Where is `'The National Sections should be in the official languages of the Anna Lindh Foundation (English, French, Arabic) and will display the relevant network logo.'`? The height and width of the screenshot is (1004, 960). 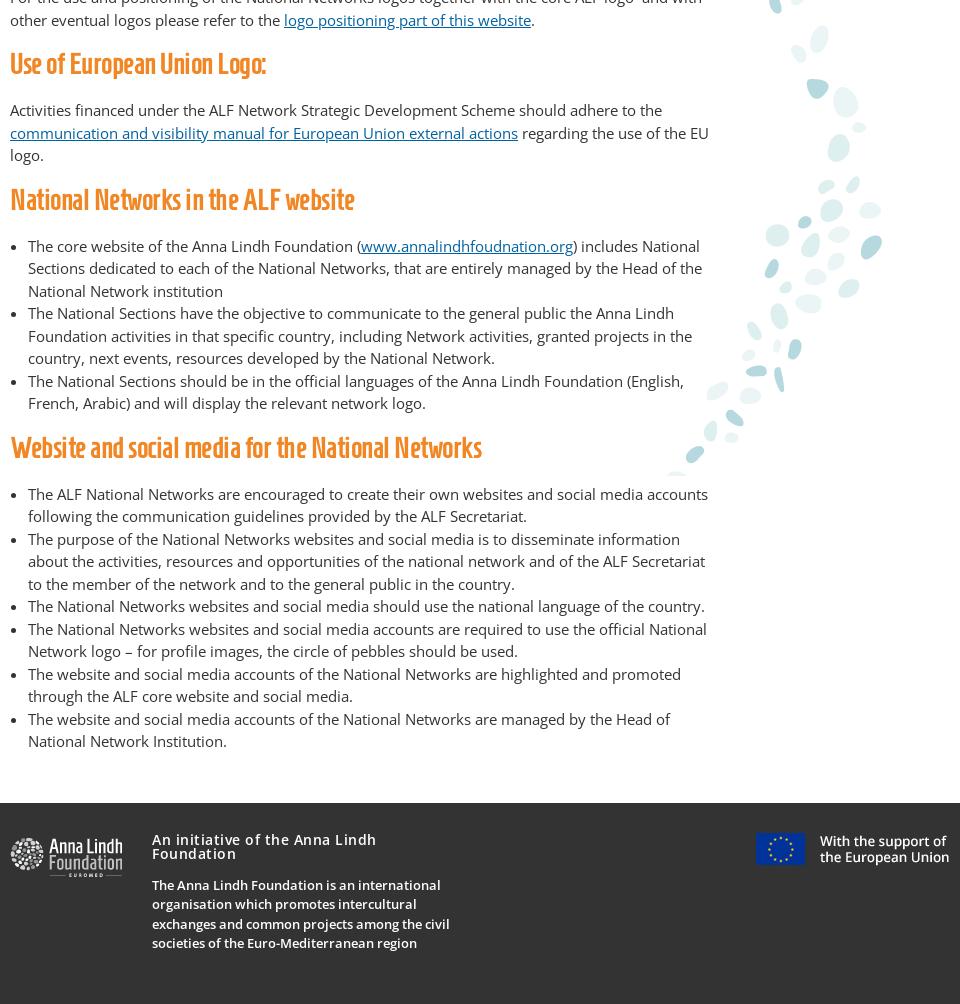 'The National Sections should be in the official languages of the Anna Lindh Foundation (English, French, Arabic) and will display the relevant network logo.' is located at coordinates (355, 390).